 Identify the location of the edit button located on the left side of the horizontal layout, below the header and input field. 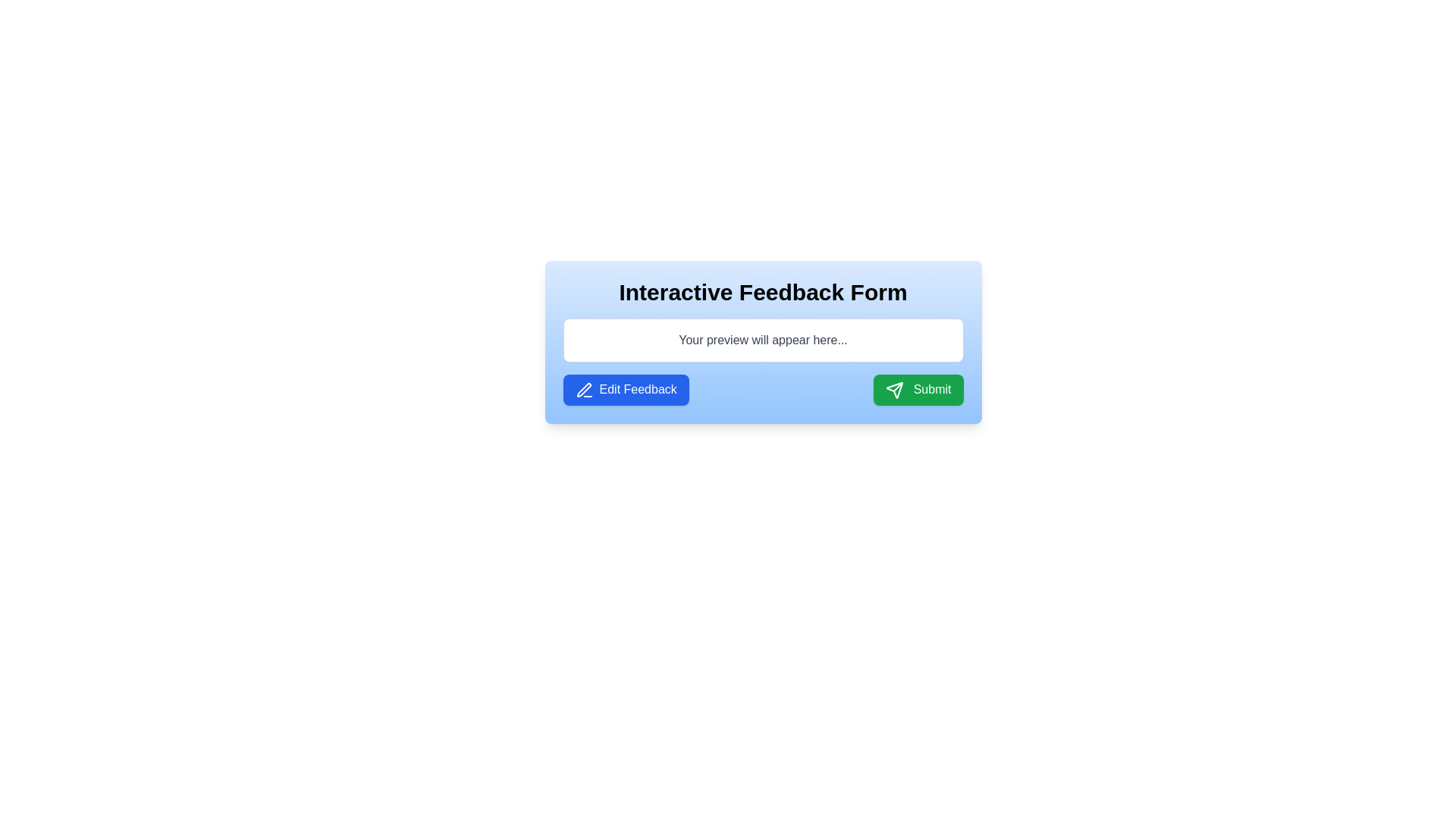
(626, 389).